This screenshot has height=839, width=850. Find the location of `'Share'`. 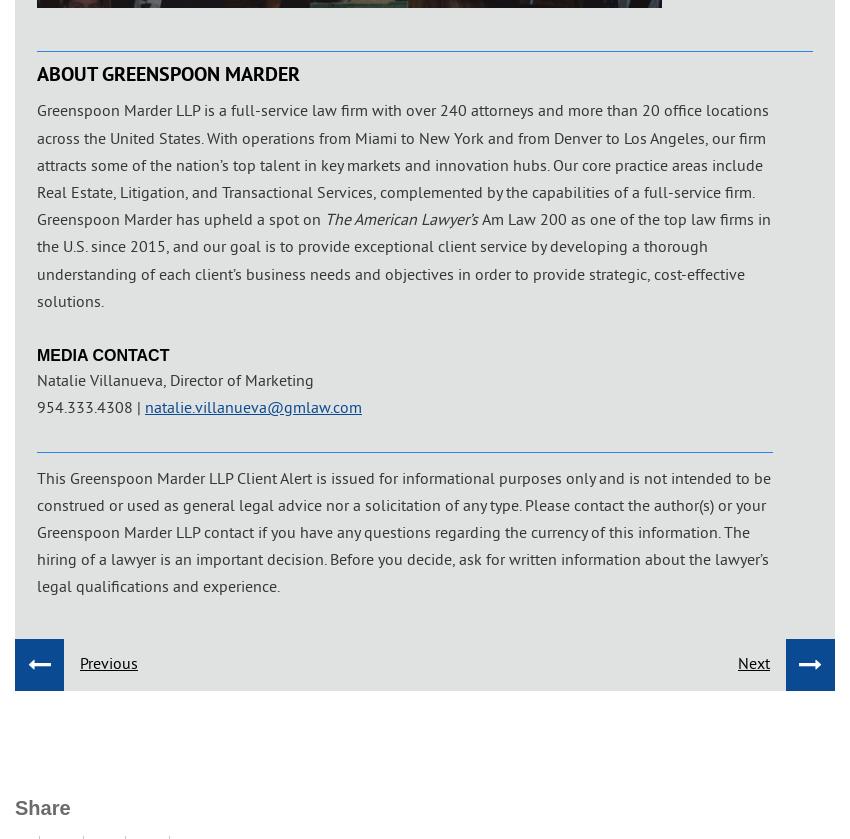

'Share' is located at coordinates (41, 806).